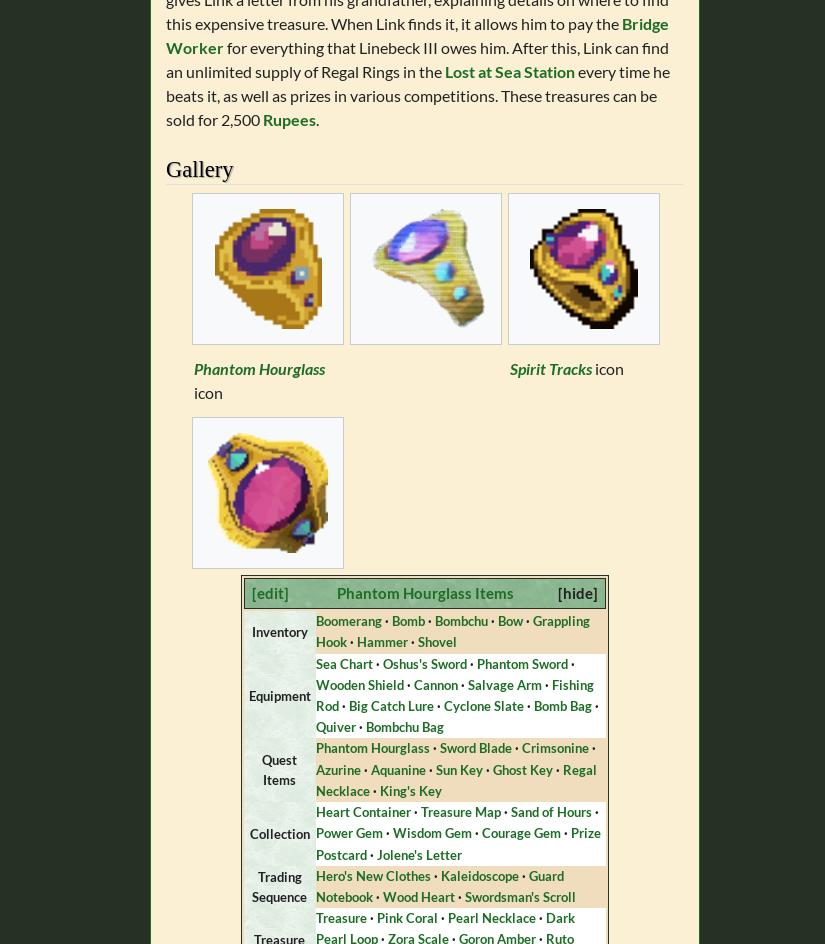 This screenshot has height=944, width=825. What do you see at coordinates (269, 592) in the screenshot?
I see `'[edit]'` at bounding box center [269, 592].